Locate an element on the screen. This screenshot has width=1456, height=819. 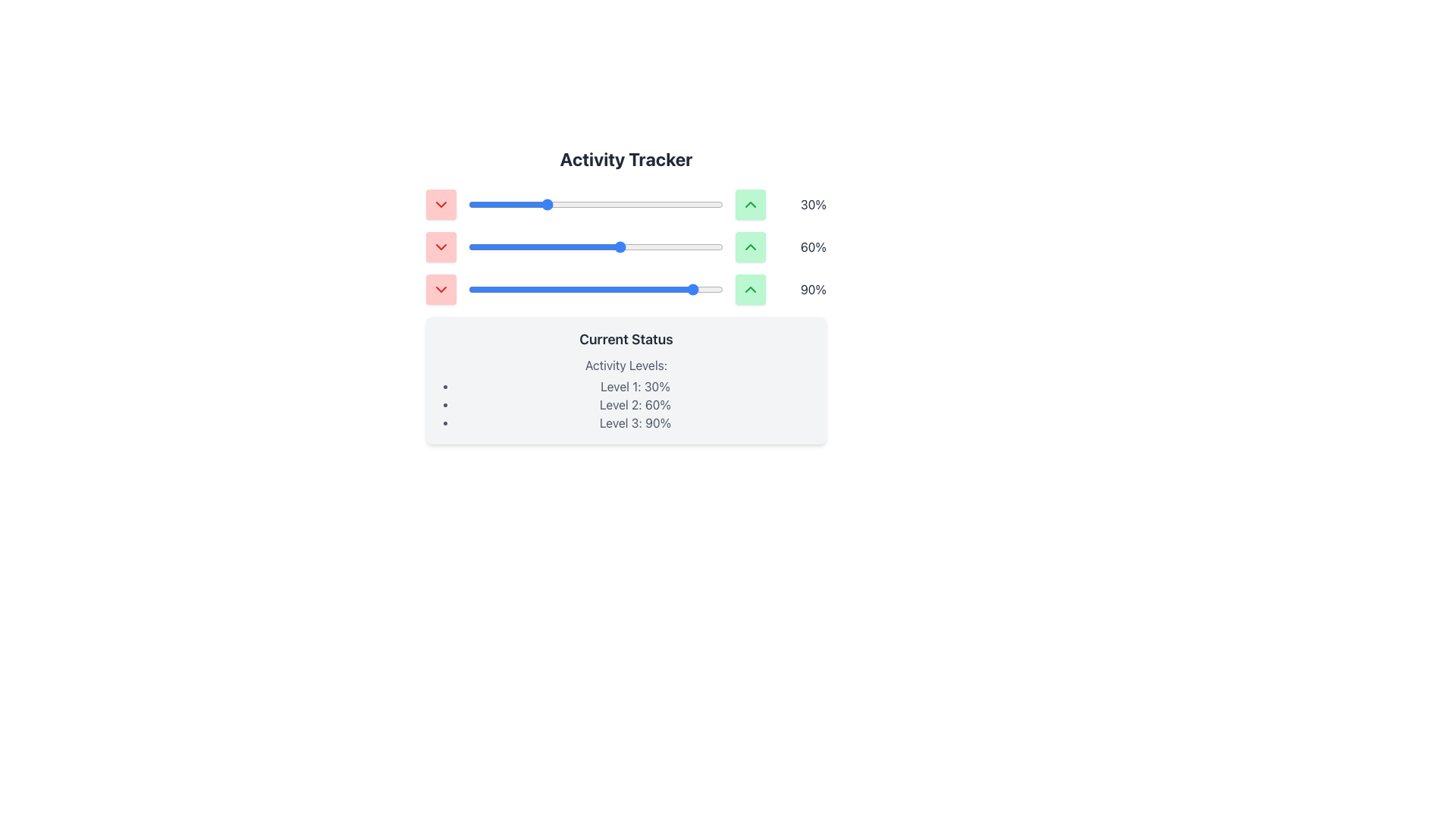
the slider value is located at coordinates (519, 289).